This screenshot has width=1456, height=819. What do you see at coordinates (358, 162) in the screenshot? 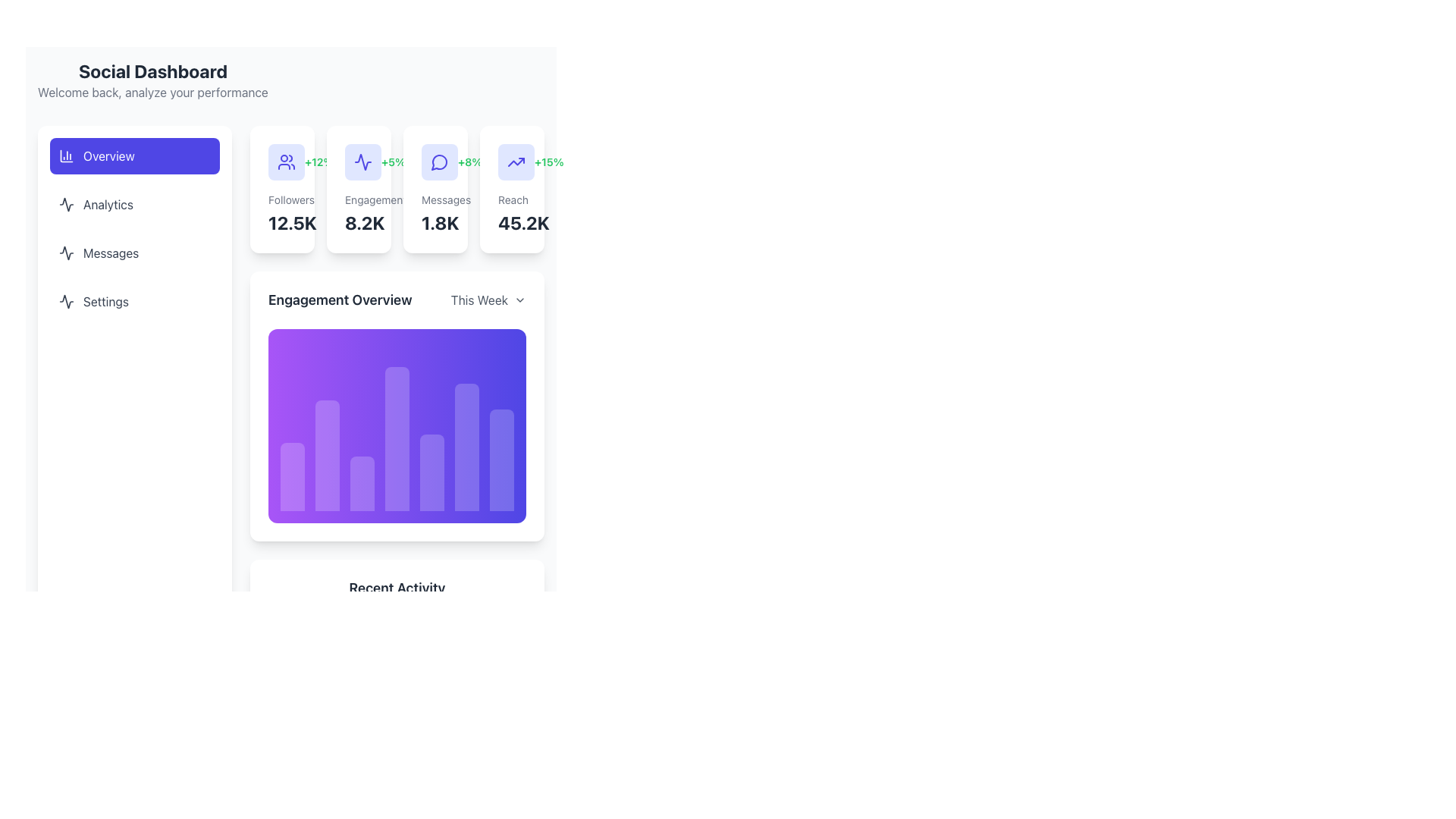
I see `the line chart wave icon in blue tone, which is the second item in the horizontal list of metric boxes on the dashboard page` at bounding box center [358, 162].